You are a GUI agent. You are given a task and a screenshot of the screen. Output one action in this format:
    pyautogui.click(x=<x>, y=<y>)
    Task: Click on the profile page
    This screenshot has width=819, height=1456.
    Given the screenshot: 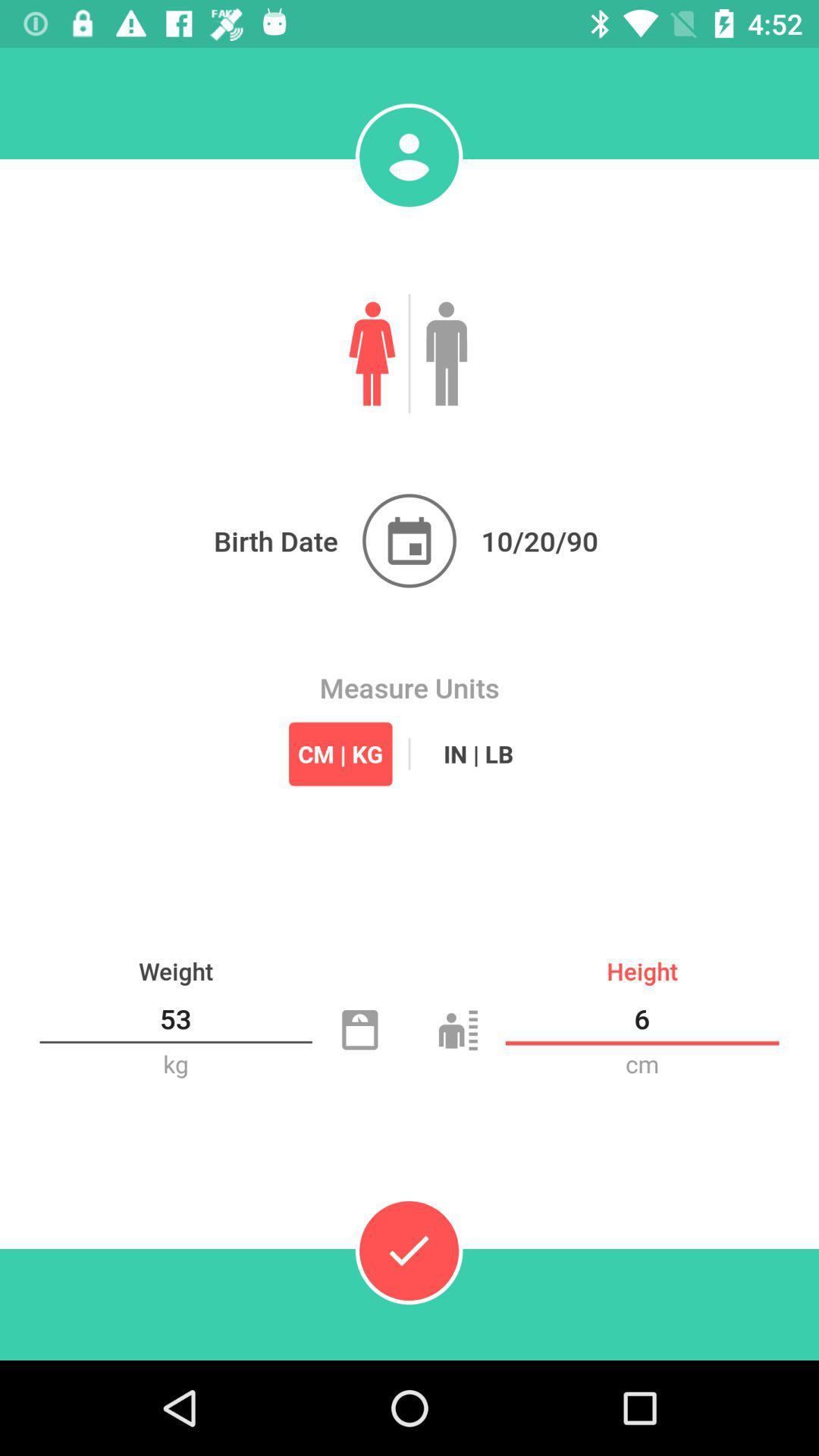 What is the action you would take?
    pyautogui.click(x=408, y=157)
    